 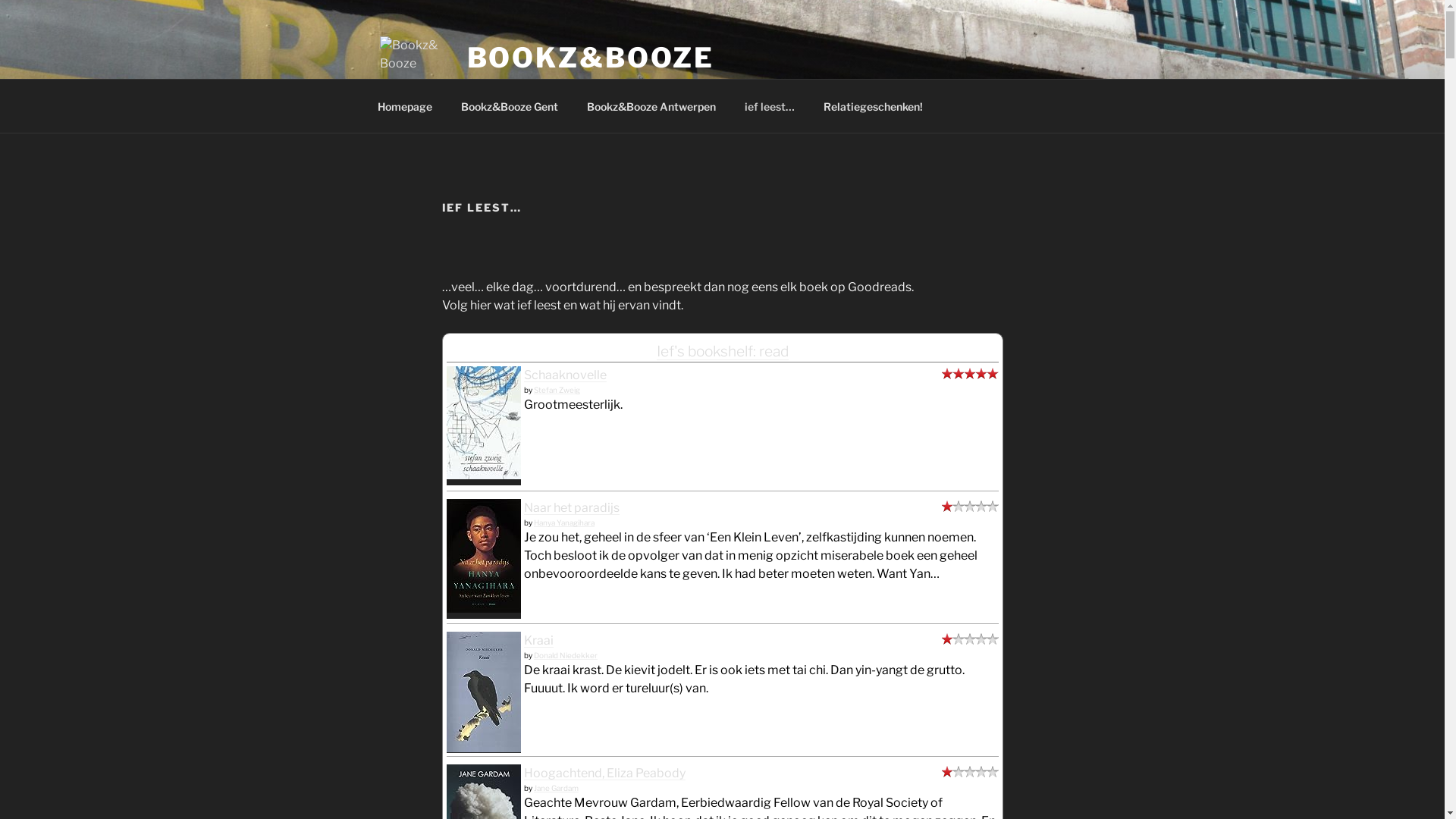 What do you see at coordinates (564, 654) in the screenshot?
I see `'Donald Niedekker'` at bounding box center [564, 654].